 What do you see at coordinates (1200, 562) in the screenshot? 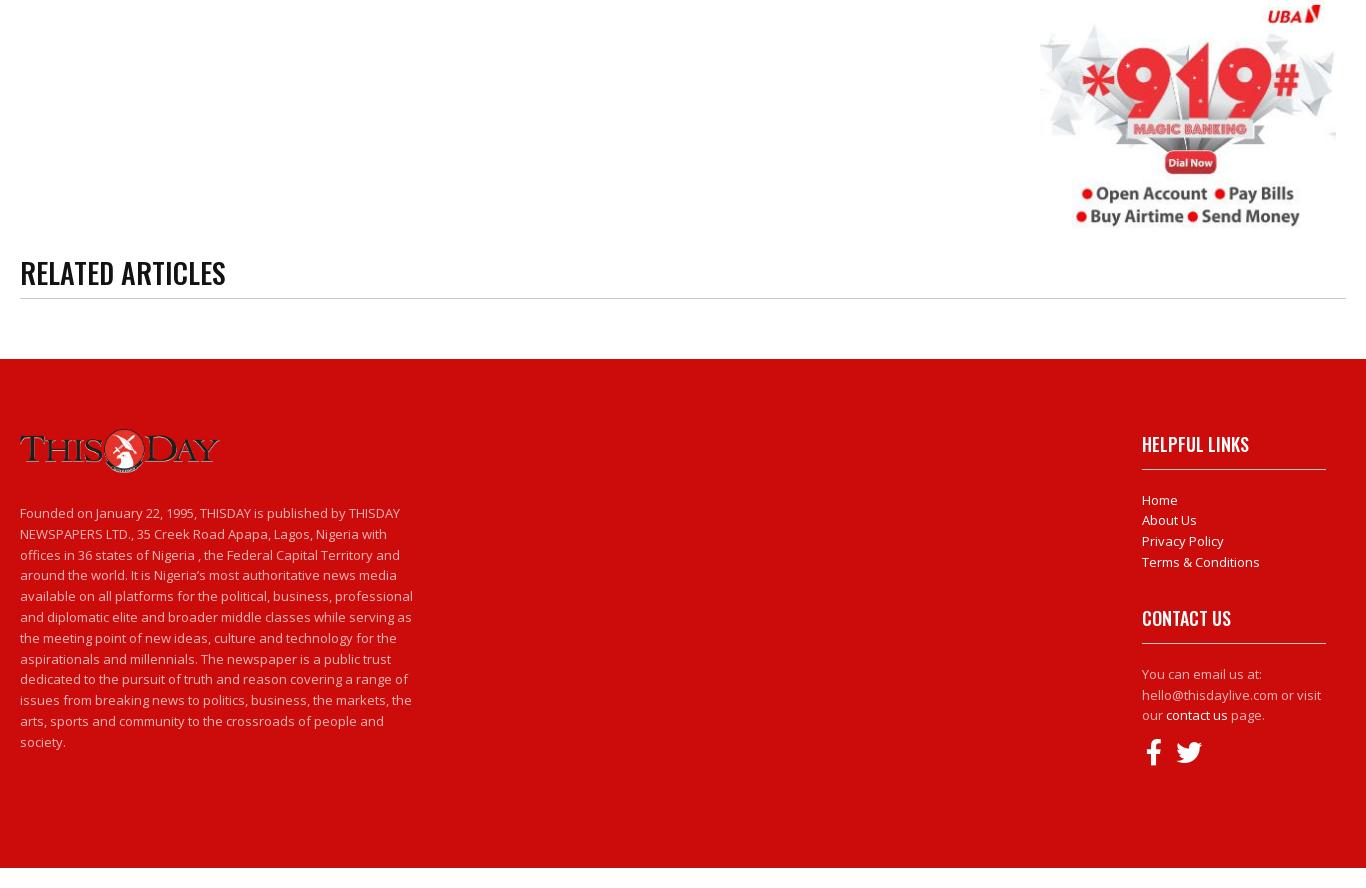
I see `'Terms & Conditions'` at bounding box center [1200, 562].